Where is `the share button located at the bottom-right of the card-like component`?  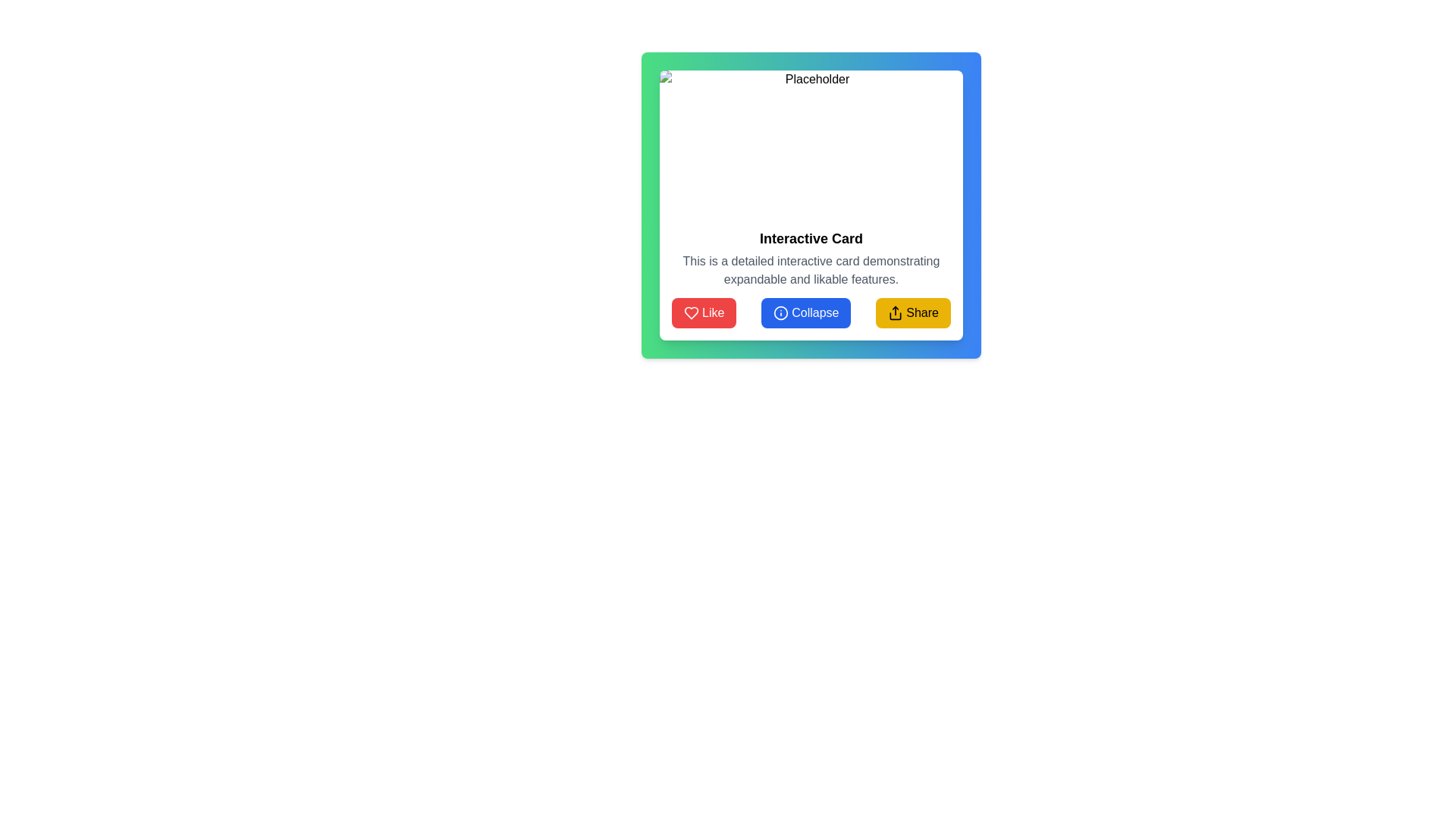 the share button located at the bottom-right of the card-like component is located at coordinates (912, 312).